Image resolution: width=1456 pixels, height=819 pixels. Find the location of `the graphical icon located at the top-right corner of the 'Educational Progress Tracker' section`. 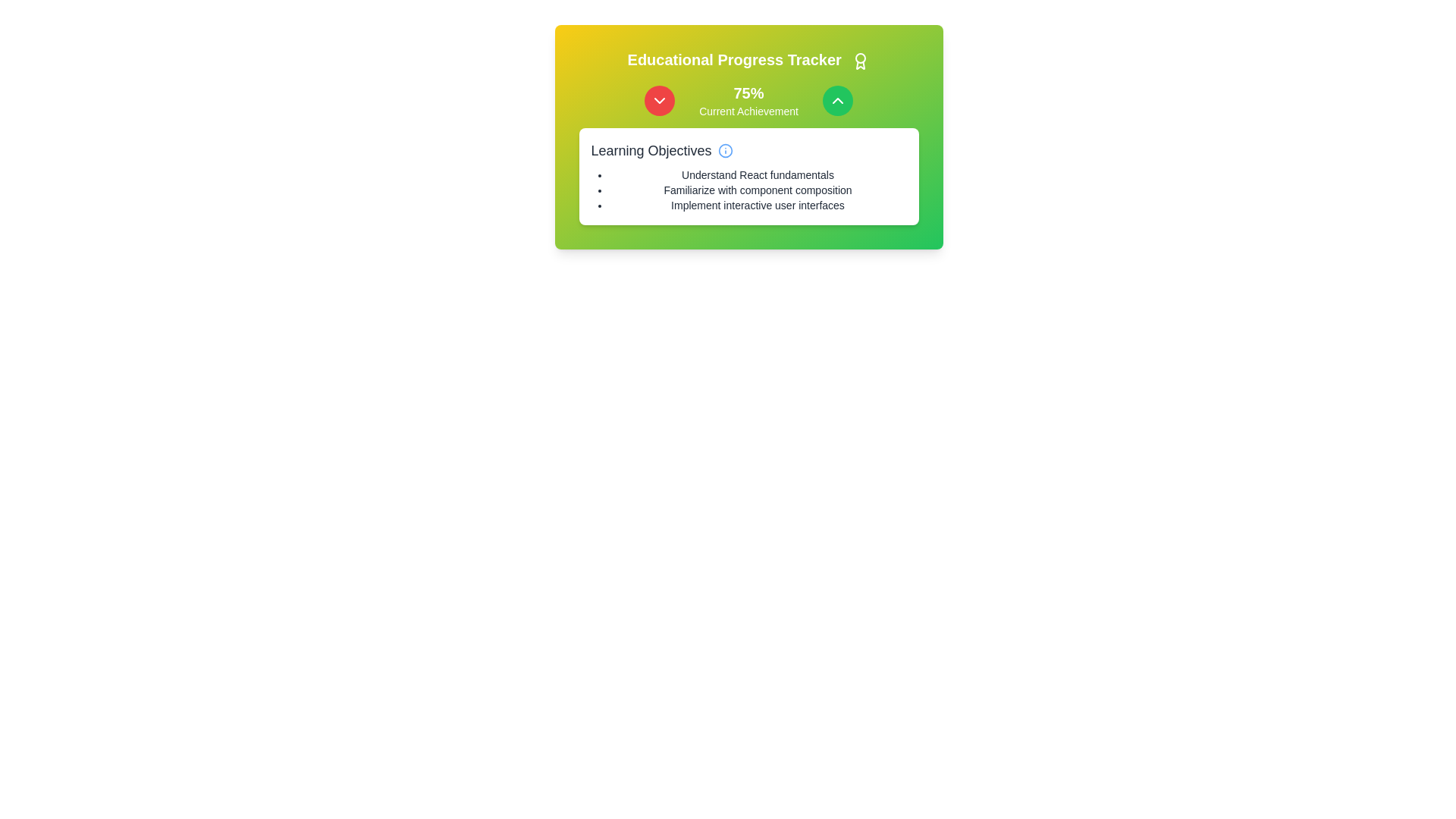

the graphical icon located at the top-right corner of the 'Educational Progress Tracker' section is located at coordinates (861, 60).